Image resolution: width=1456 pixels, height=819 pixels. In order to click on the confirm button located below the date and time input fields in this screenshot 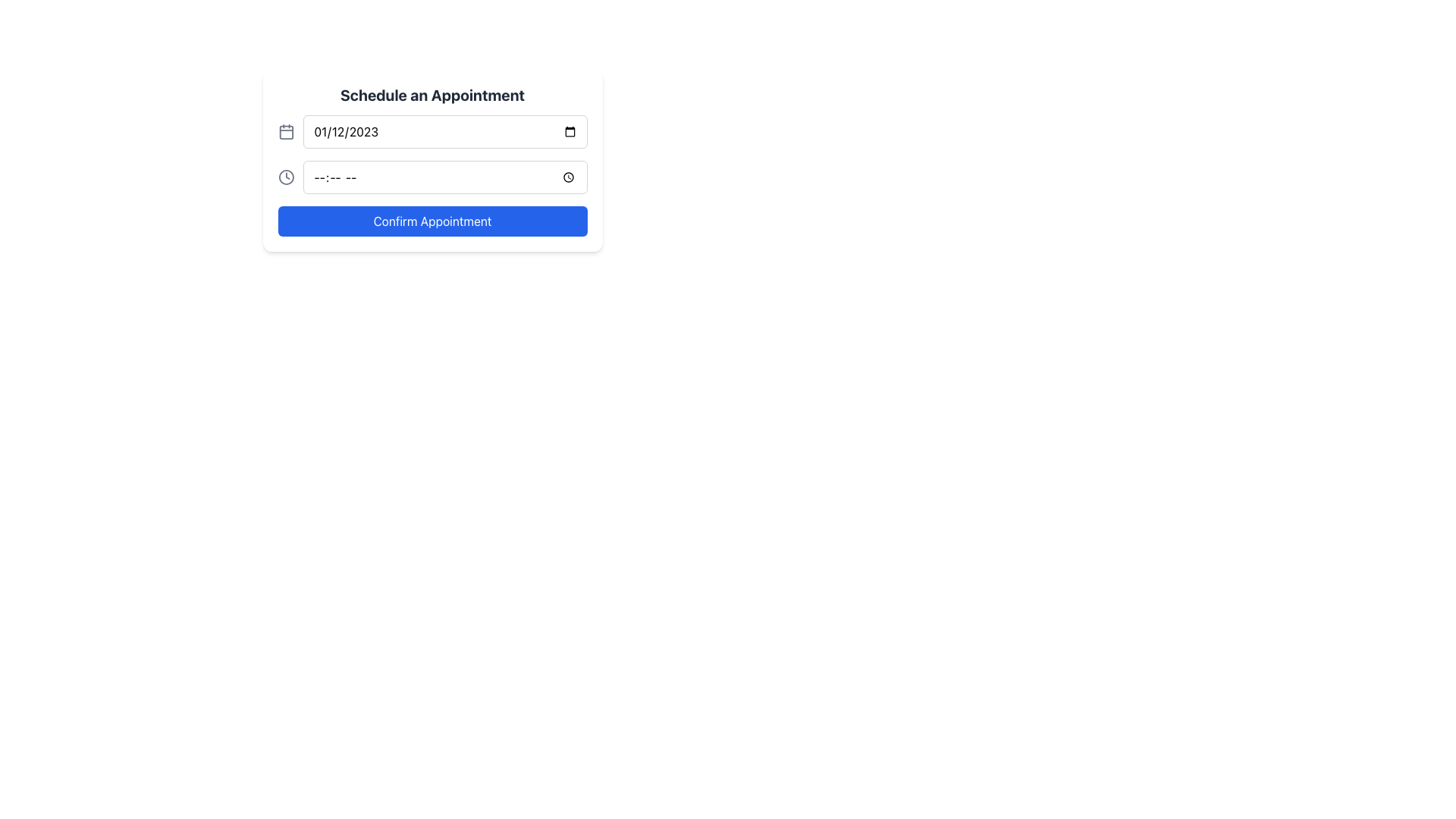, I will do `click(431, 221)`.